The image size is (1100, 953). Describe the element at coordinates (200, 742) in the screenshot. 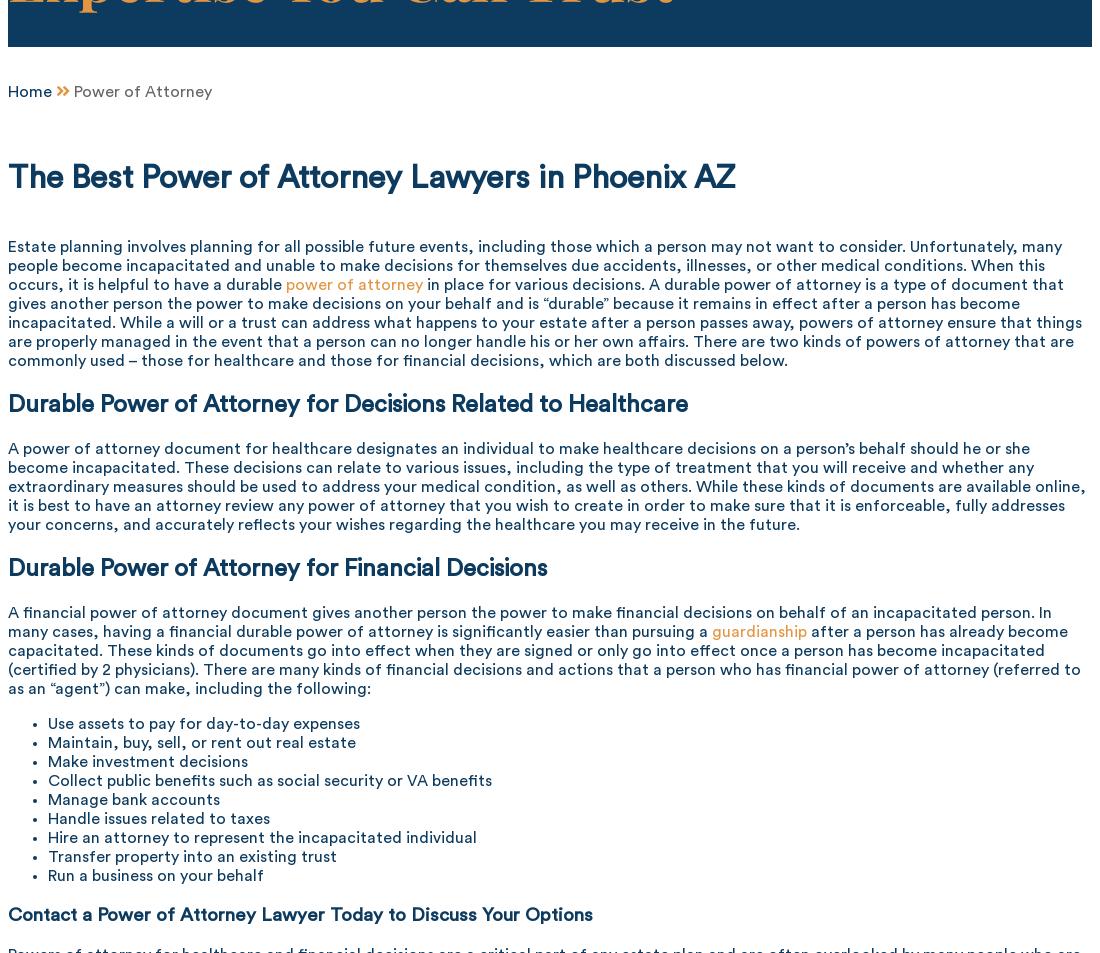

I see `'Maintain, buy, sell, or rent out real estate'` at that location.